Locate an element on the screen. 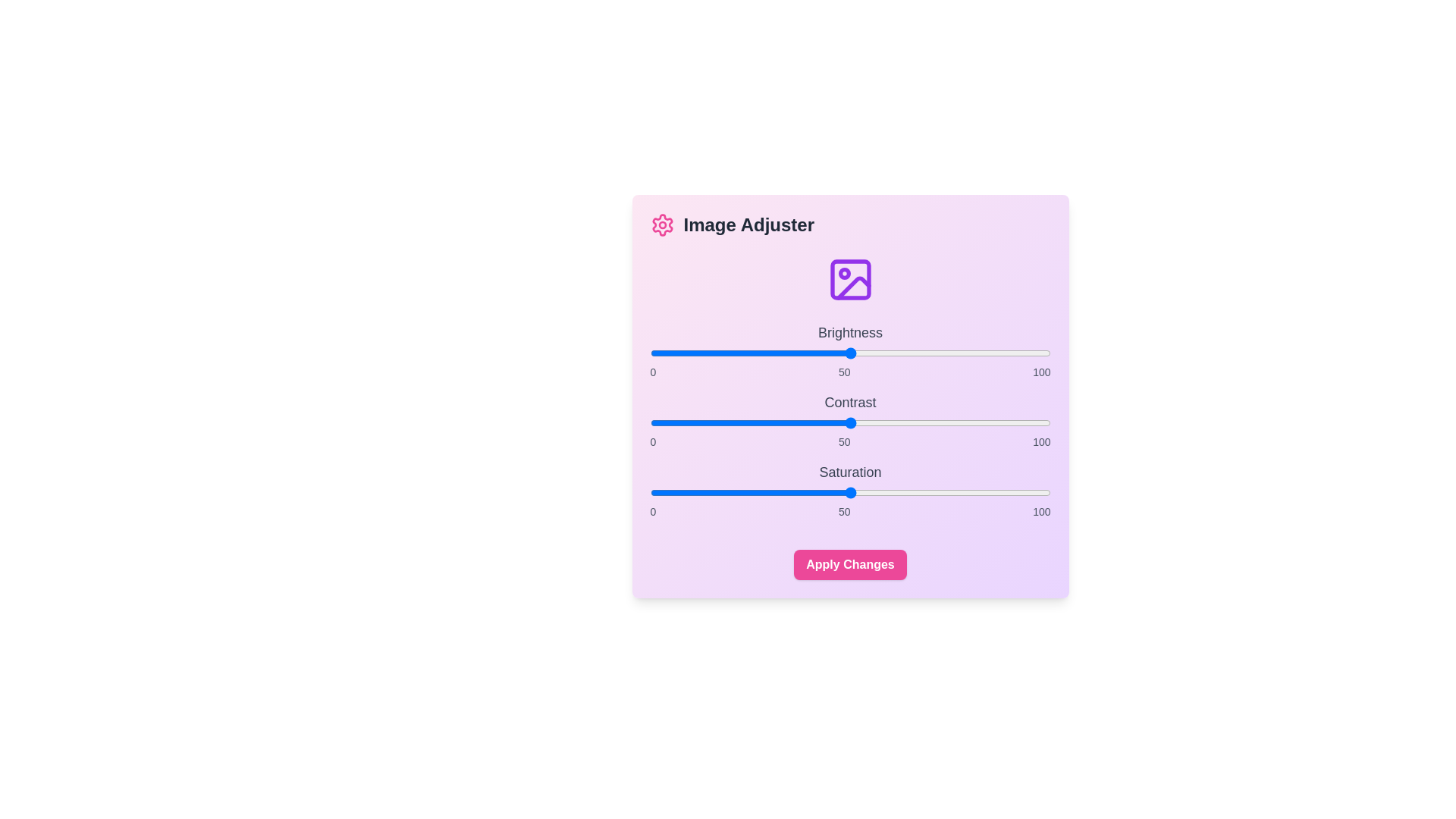  the contrast slider to 89 percent is located at coordinates (1006, 423).